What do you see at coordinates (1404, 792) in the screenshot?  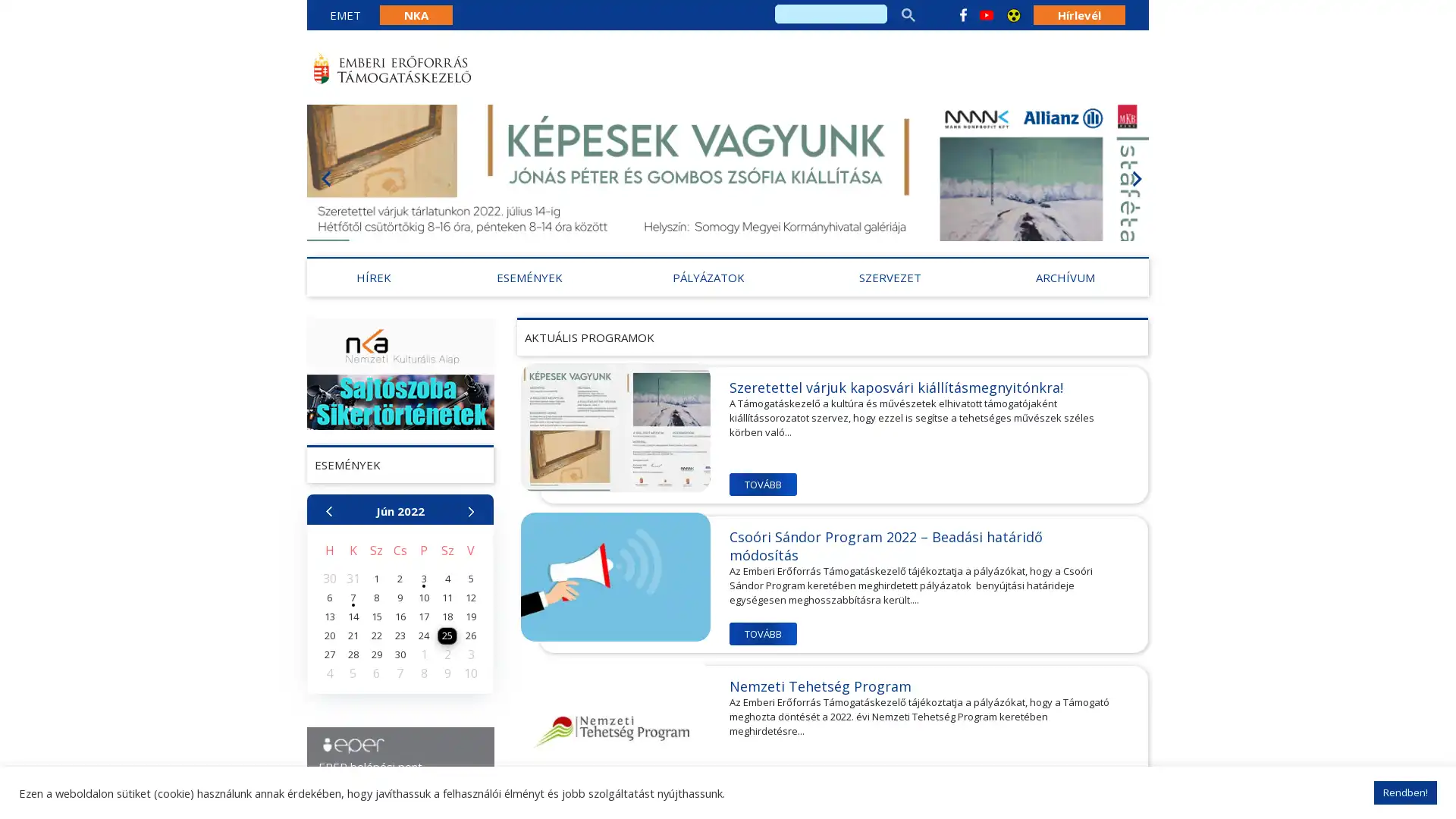 I see `Rendben!` at bounding box center [1404, 792].